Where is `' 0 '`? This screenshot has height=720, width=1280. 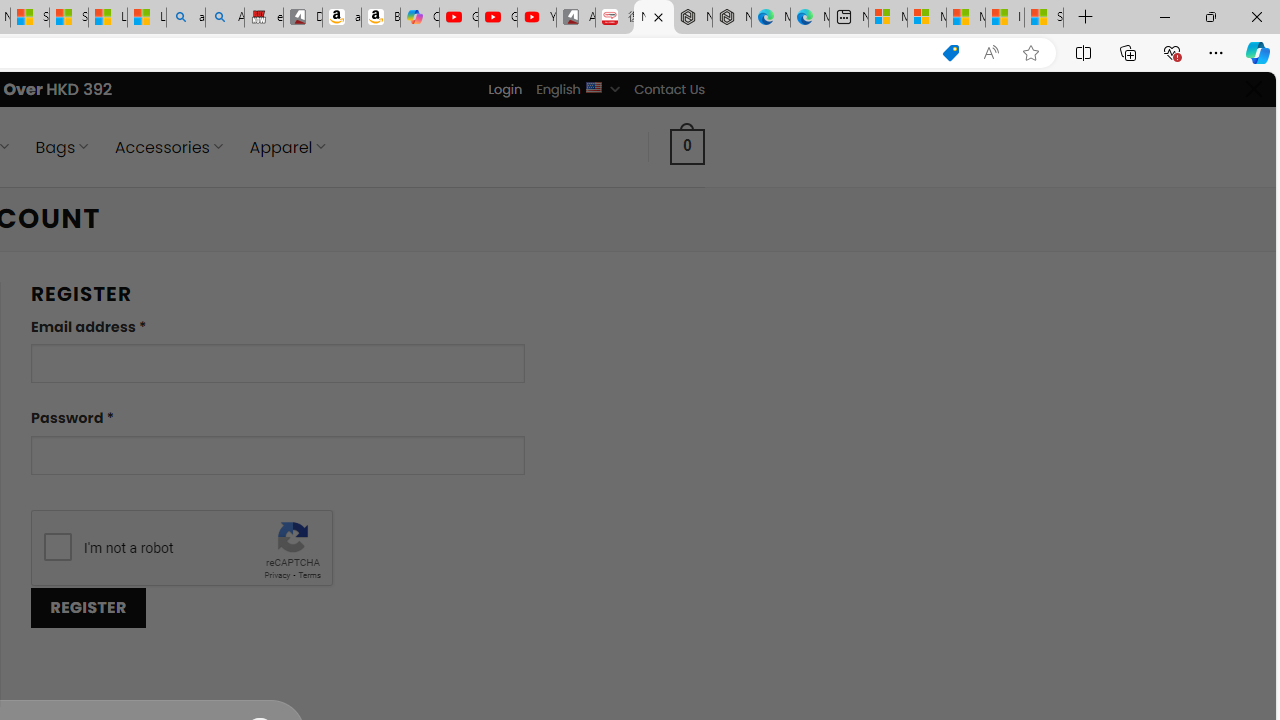 ' 0 ' is located at coordinates (688, 145).